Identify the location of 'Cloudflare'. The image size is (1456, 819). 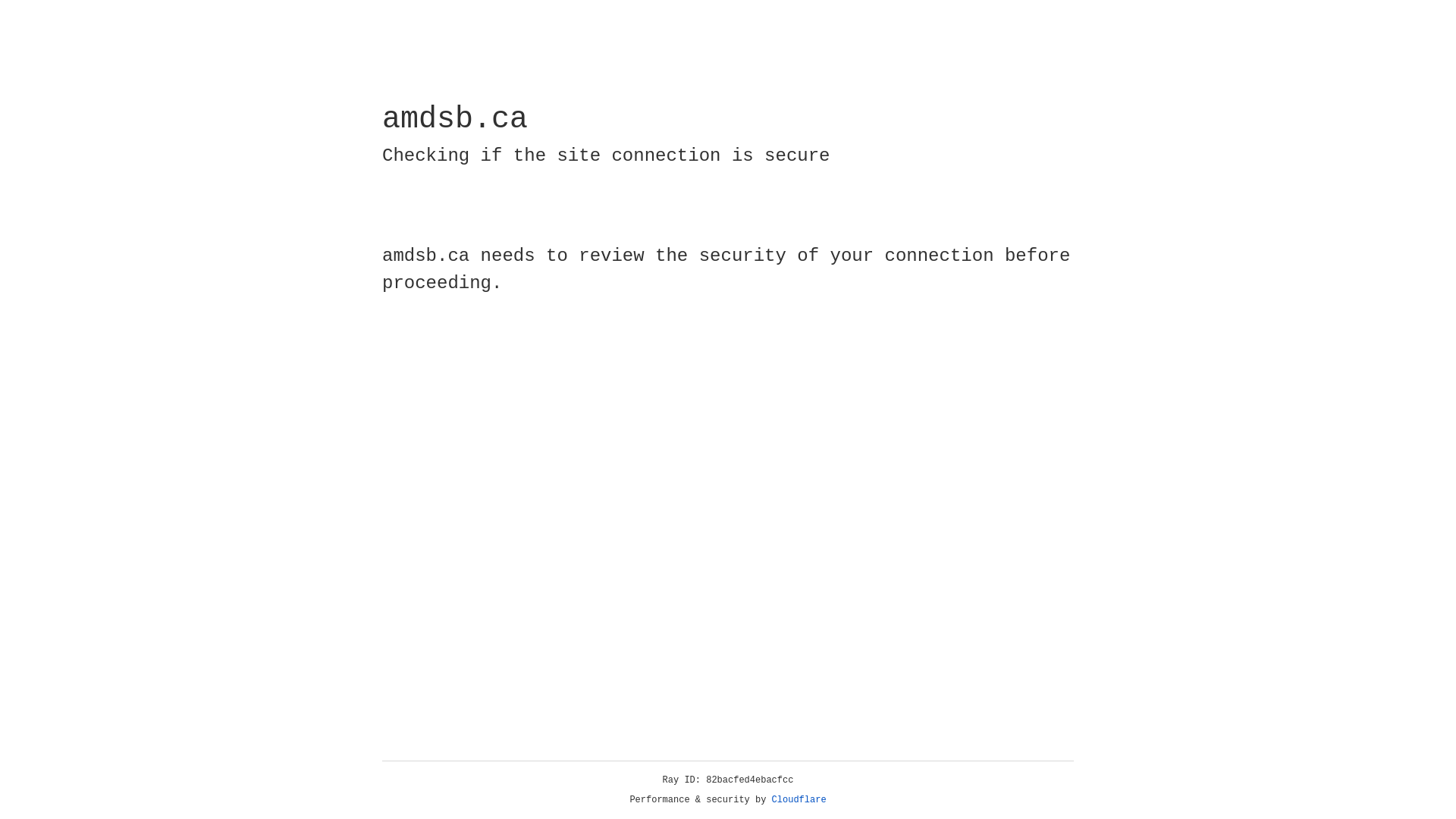
(799, 799).